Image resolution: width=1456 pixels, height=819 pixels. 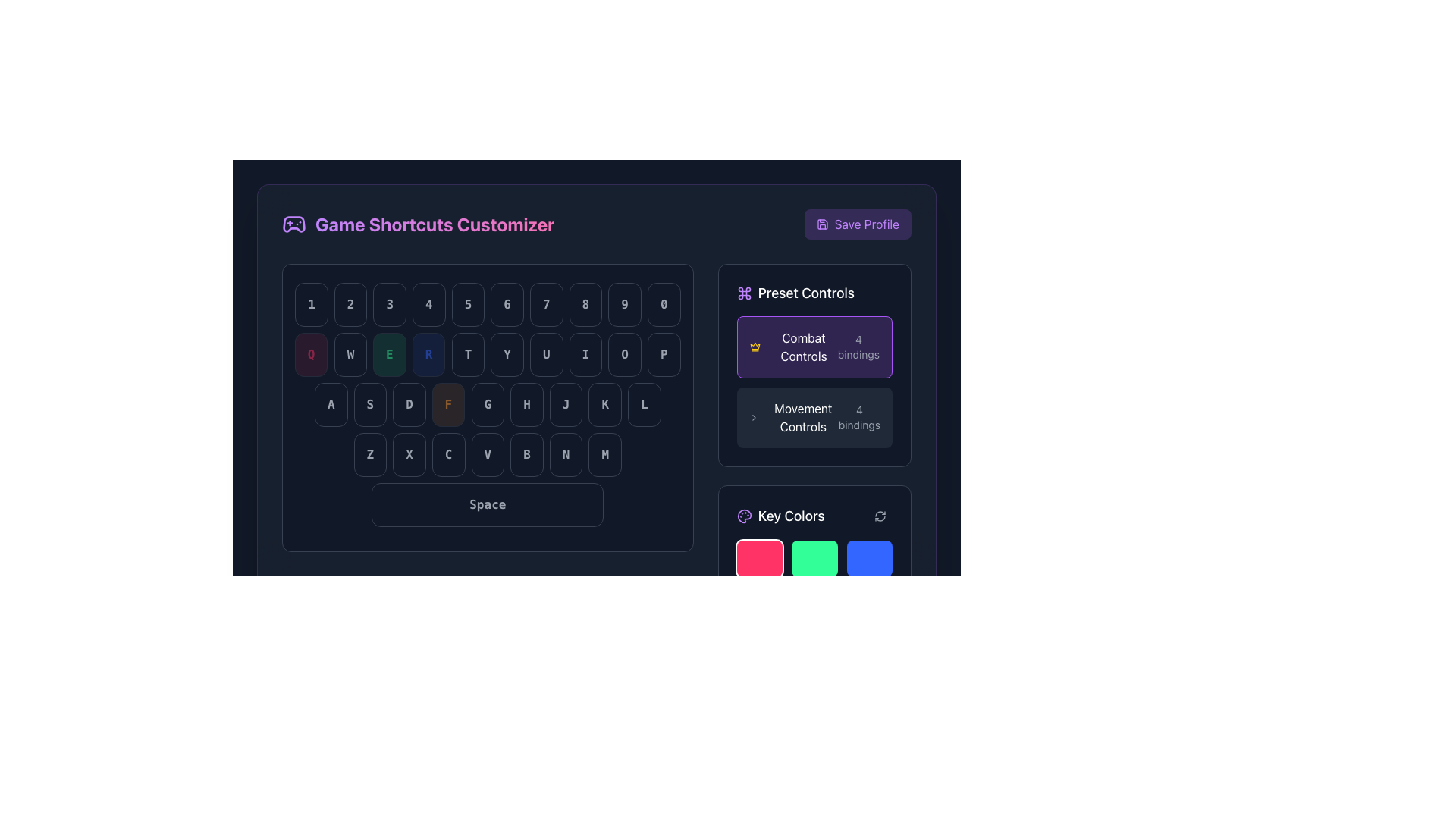 What do you see at coordinates (821, 224) in the screenshot?
I see `the floppy disk icon located to the left of the 'Save Profile' text, which is inside a purple rectangle at the top-right corner of the layout` at bounding box center [821, 224].